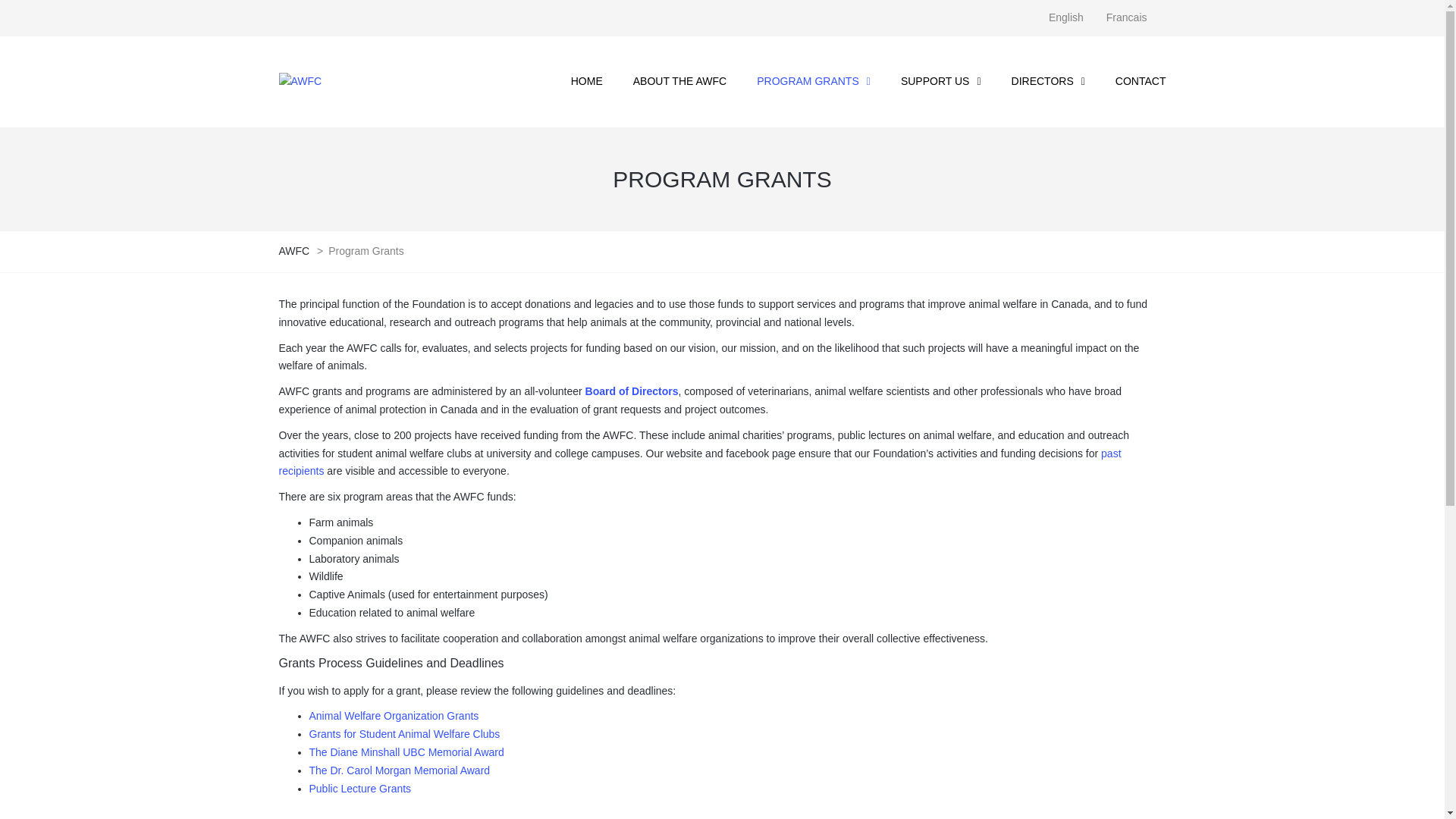 This screenshot has width=1456, height=819. What do you see at coordinates (295, 250) in the screenshot?
I see `'AWFC'` at bounding box center [295, 250].